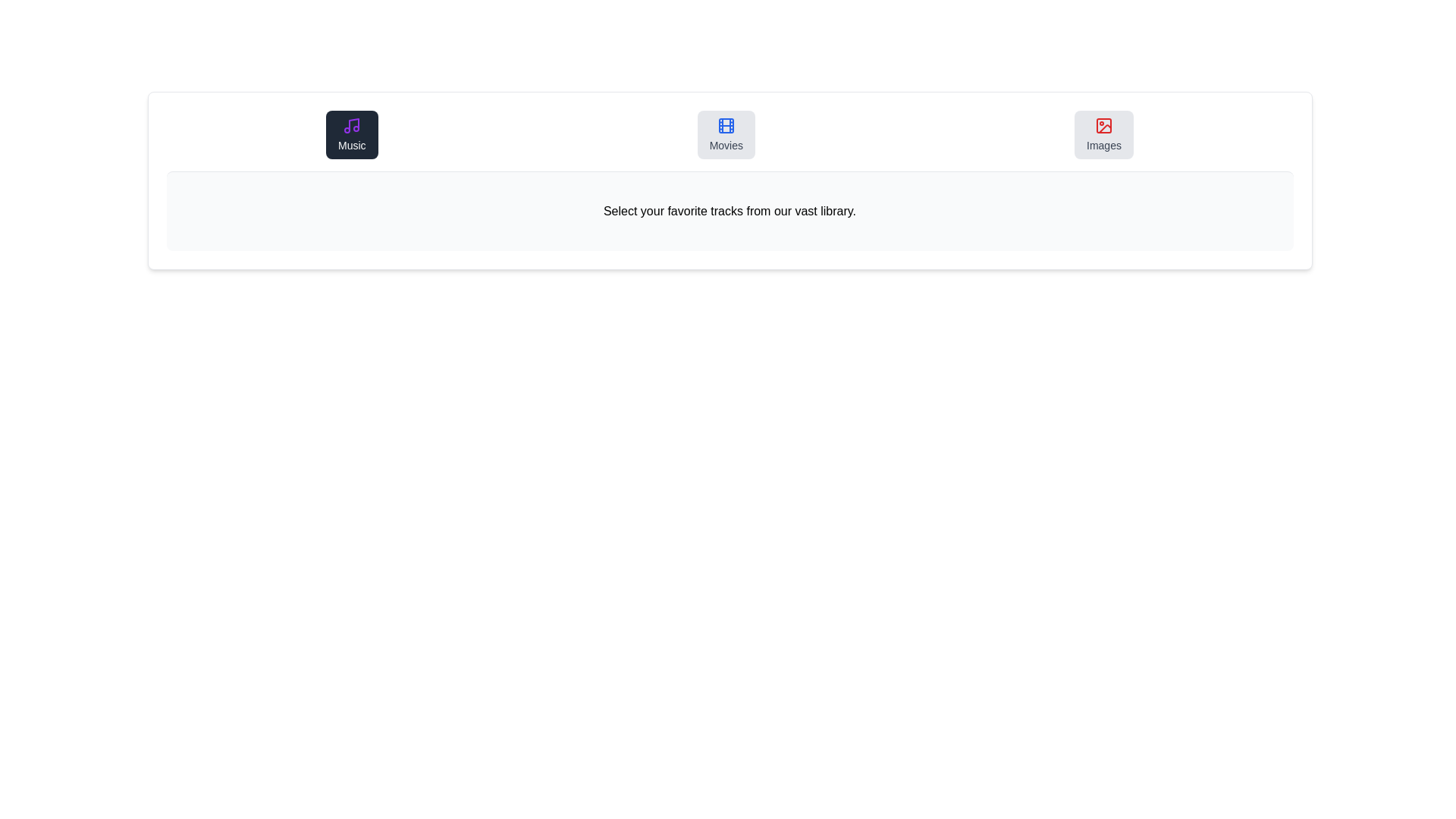 Image resolution: width=1456 pixels, height=819 pixels. What do you see at coordinates (1103, 133) in the screenshot?
I see `the Images tab to switch to the corresponding category` at bounding box center [1103, 133].